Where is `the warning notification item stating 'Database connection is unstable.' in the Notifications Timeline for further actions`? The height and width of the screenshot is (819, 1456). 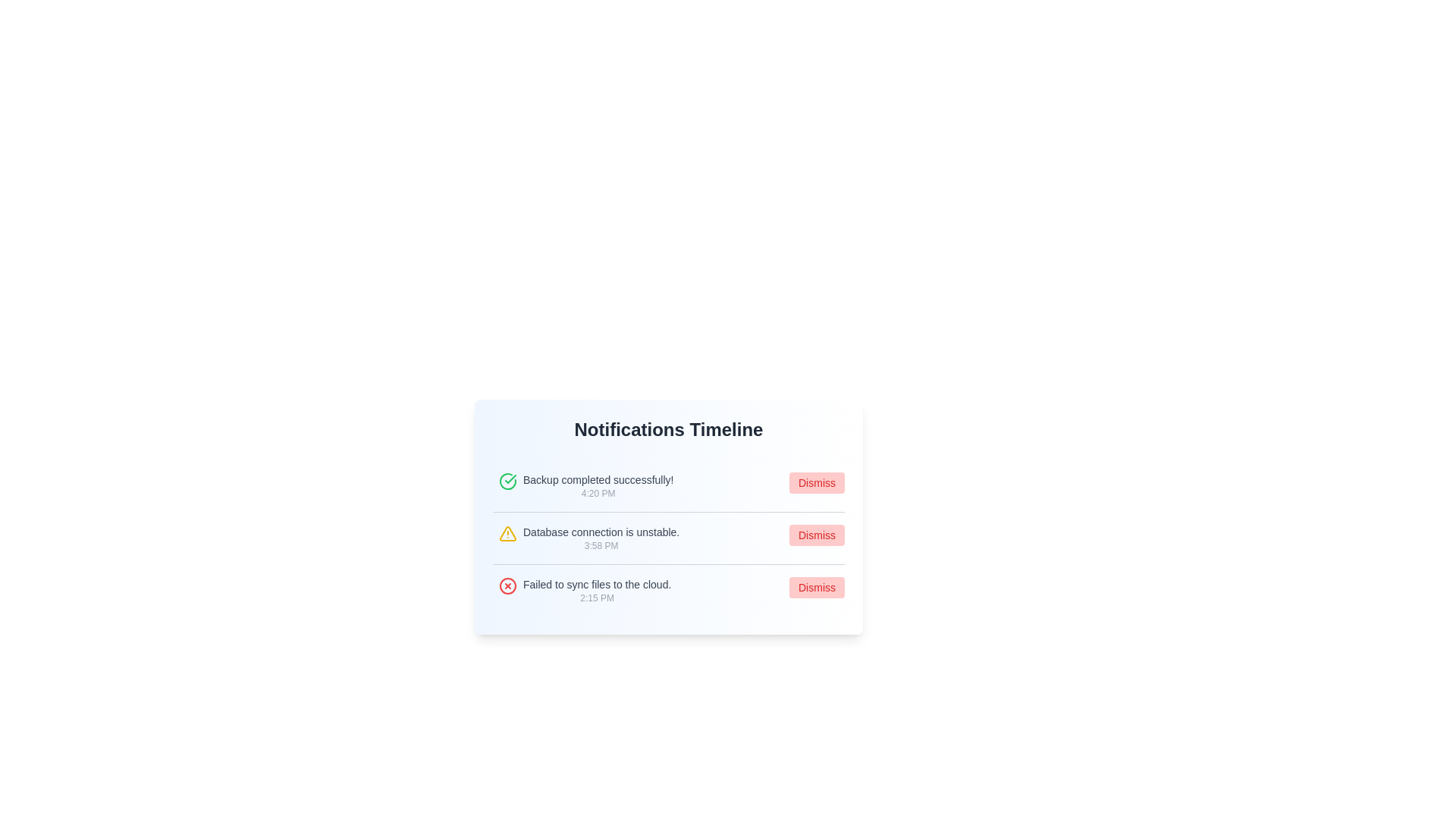 the warning notification item stating 'Database connection is unstable.' in the Notifications Timeline for further actions is located at coordinates (585, 537).